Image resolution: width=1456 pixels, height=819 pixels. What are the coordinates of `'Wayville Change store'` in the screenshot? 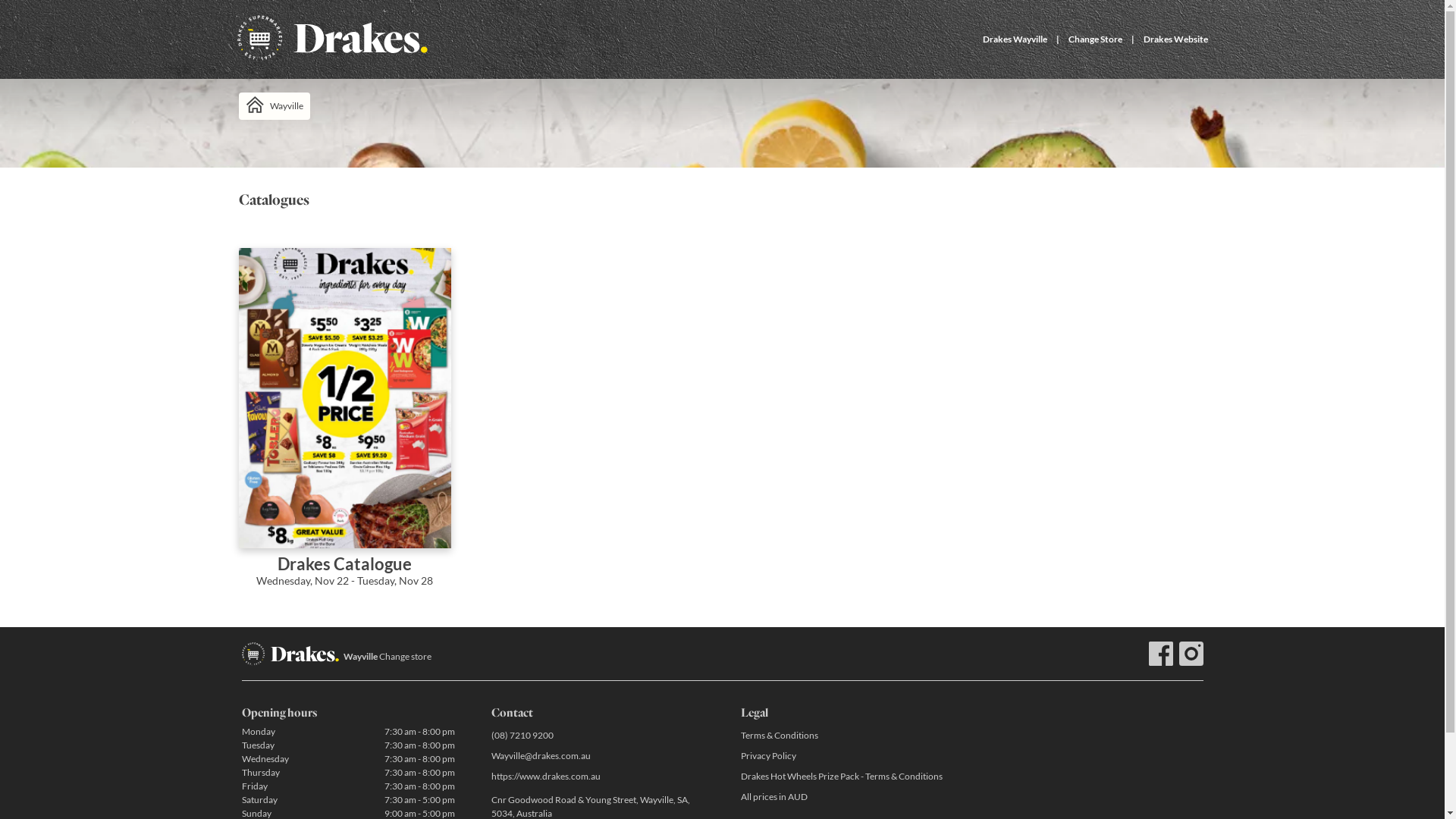 It's located at (386, 656).